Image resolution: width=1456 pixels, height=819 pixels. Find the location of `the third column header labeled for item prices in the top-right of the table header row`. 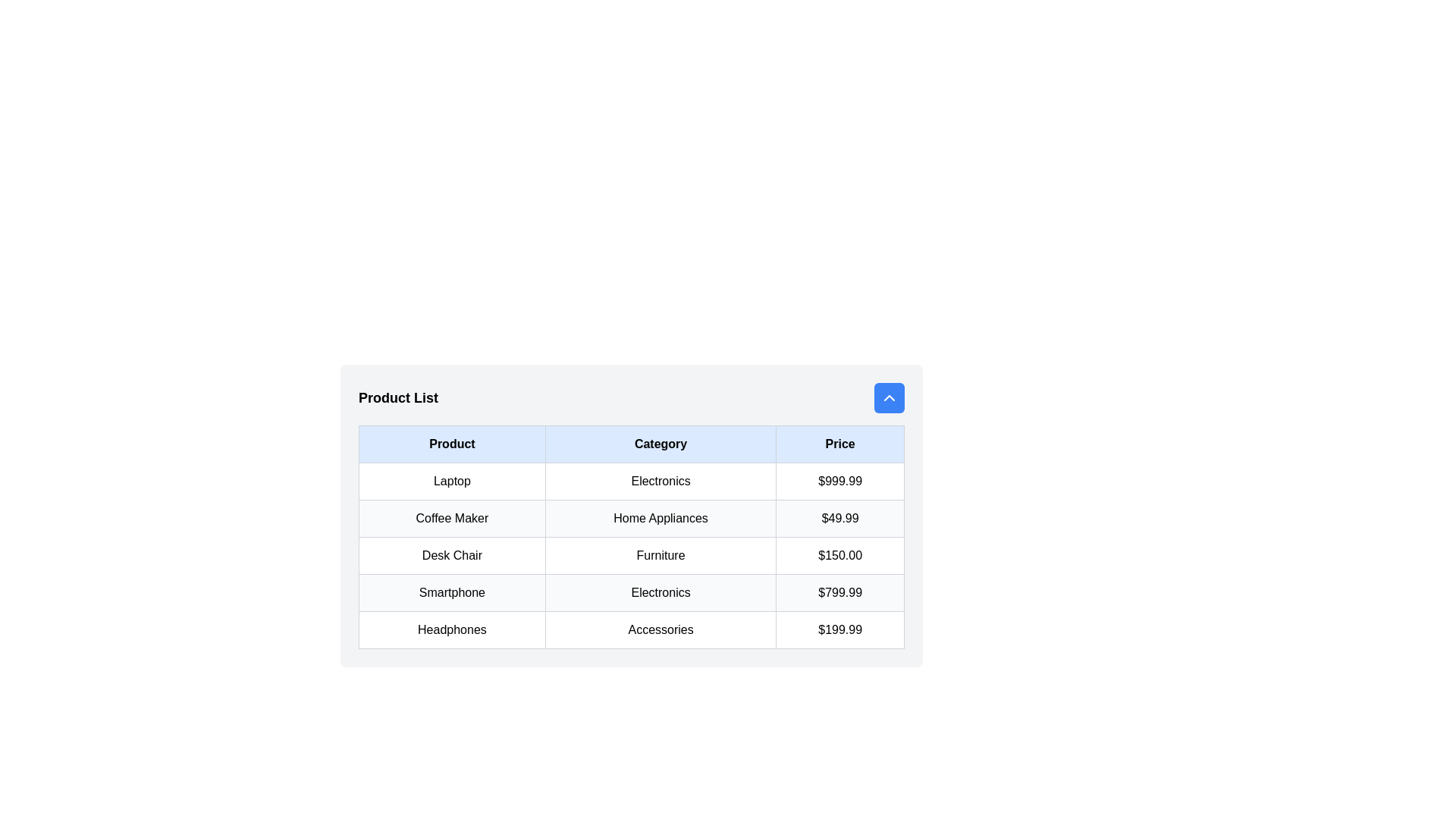

the third column header labeled for item prices in the top-right of the table header row is located at coordinates (839, 444).